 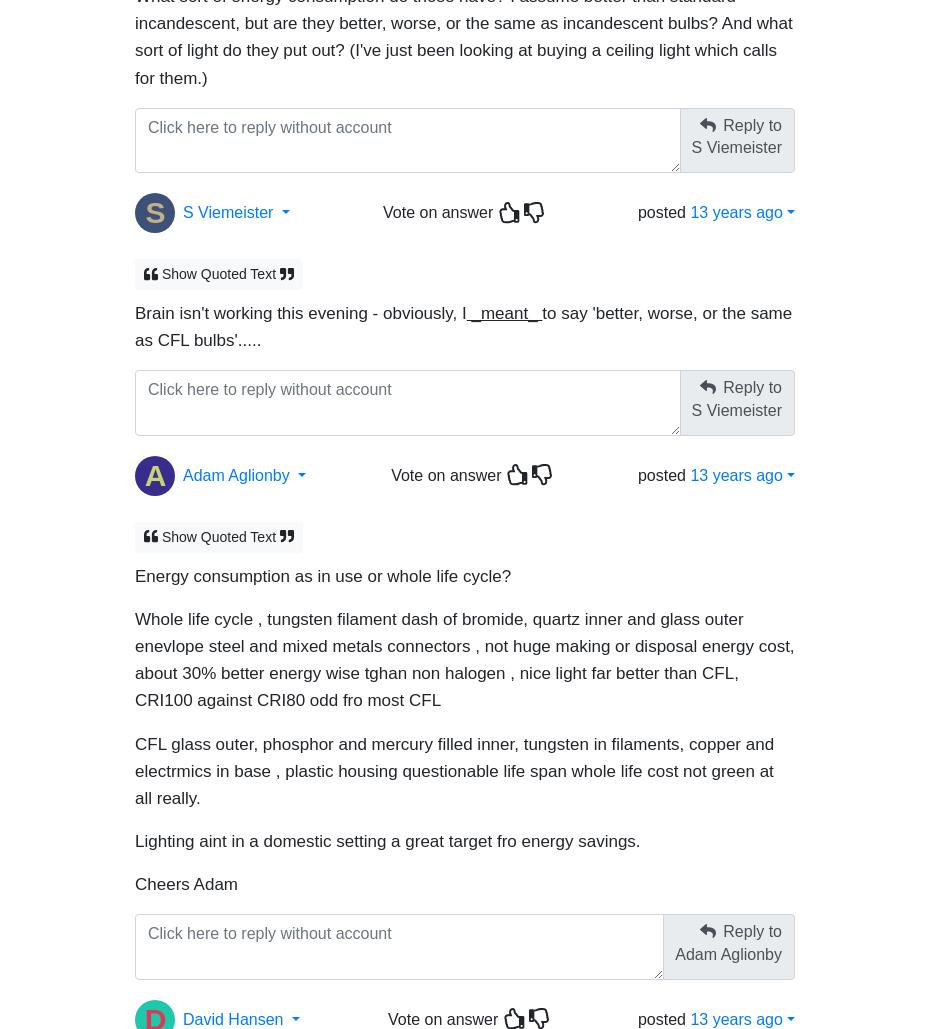 I want to click on 'CFL  glass outer, phosphor and mercury filled inner, tungsten in filaments, copper and electrmics in base , plastic housing questionable life span whole life cost not green at all really.', so click(x=134, y=761).